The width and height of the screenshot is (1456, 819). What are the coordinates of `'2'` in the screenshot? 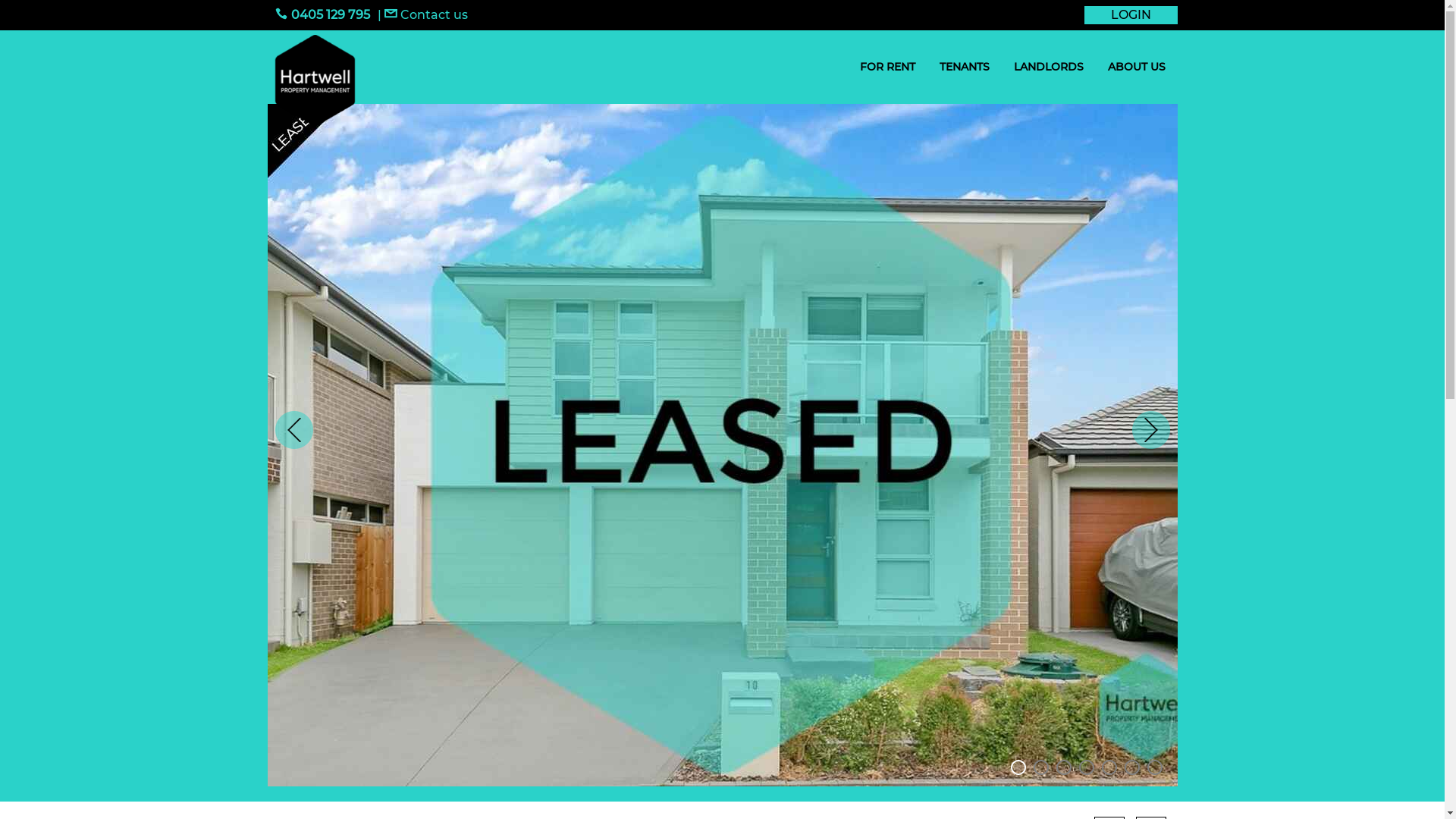 It's located at (1032, 767).